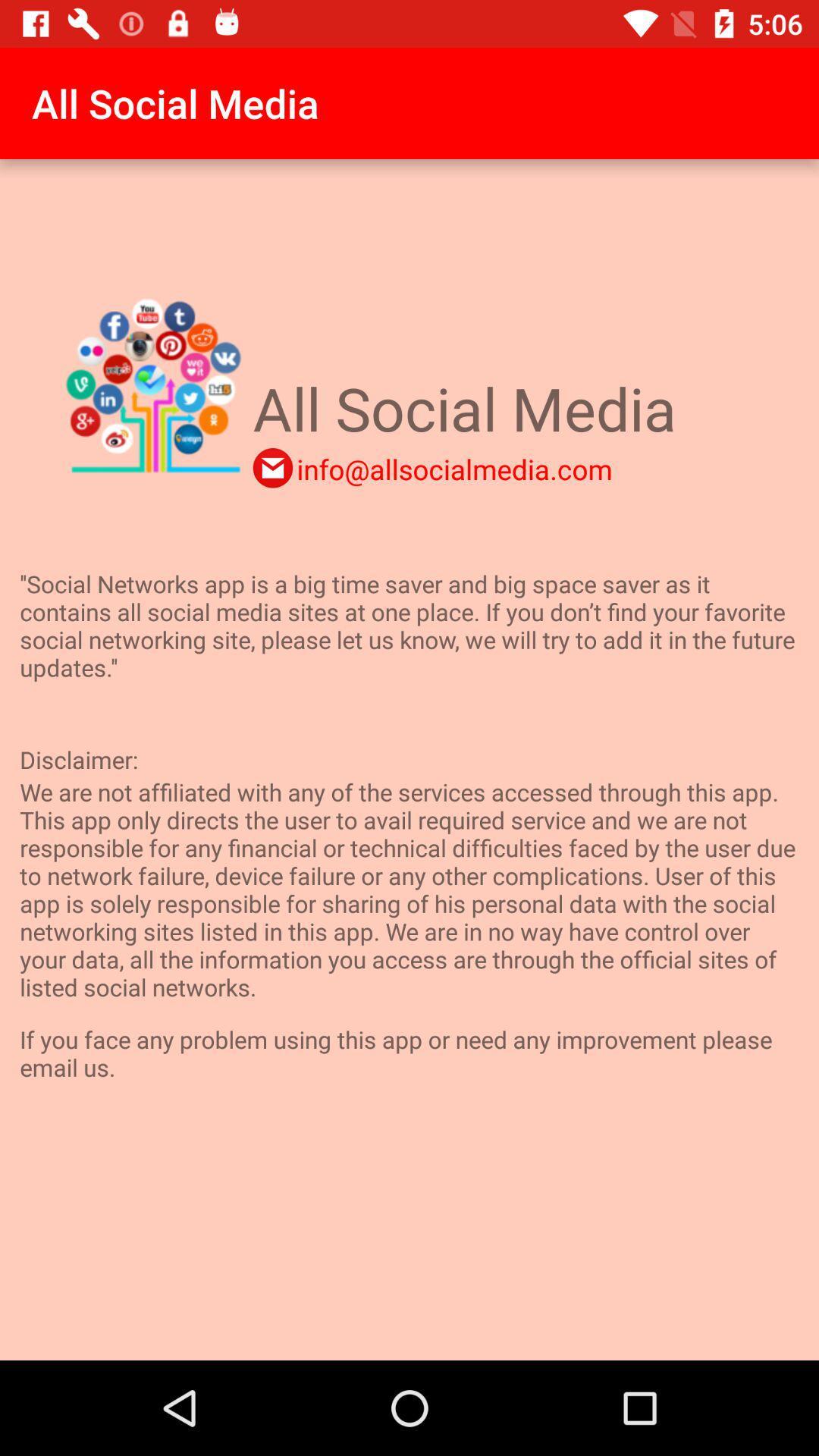 The image size is (819, 1456). I want to click on the email icon, so click(271, 467).